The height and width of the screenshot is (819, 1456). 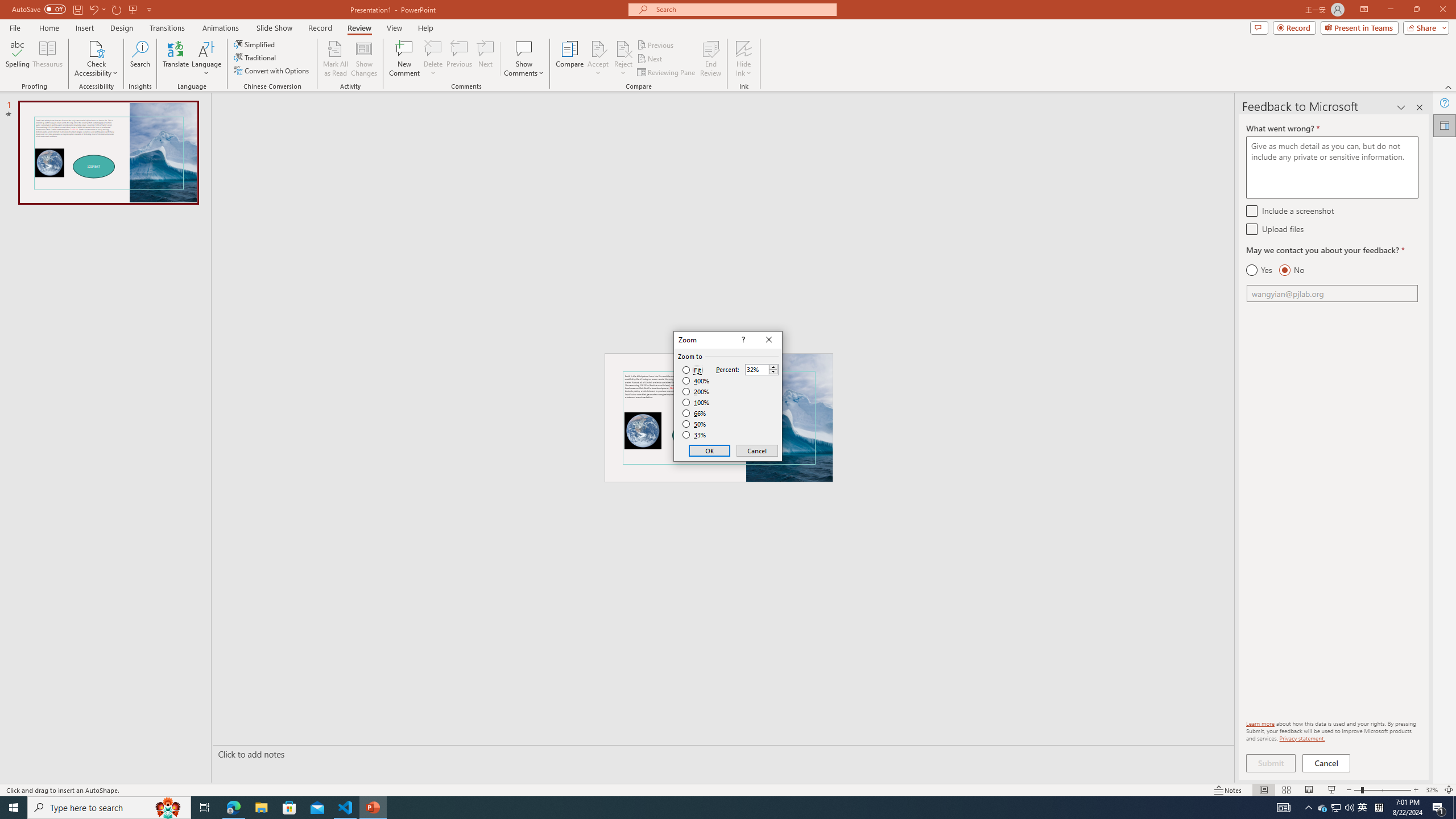 I want to click on 'Accept', so click(x=598, y=59).